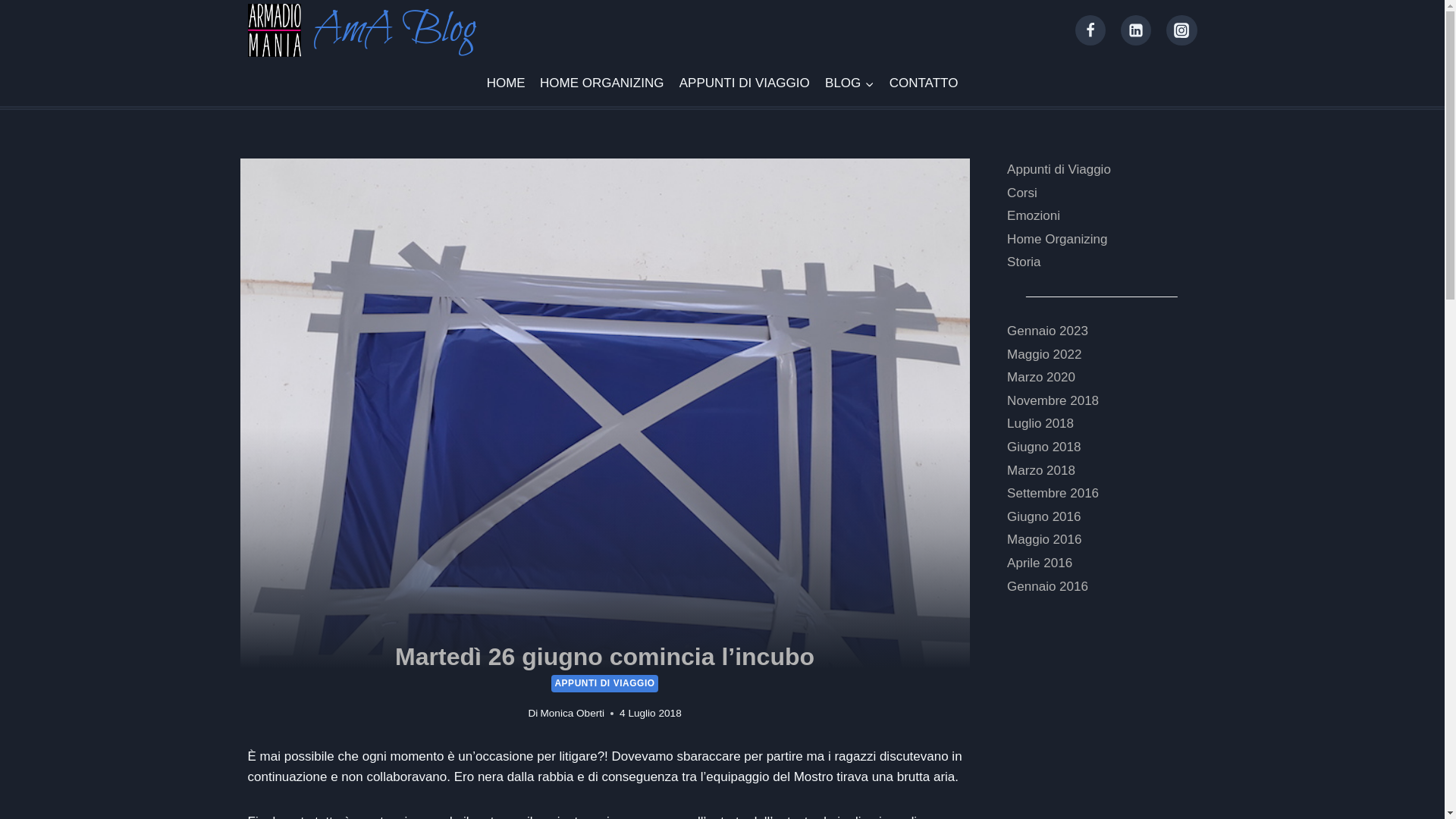  I want to click on 'Maggio 2022', so click(1043, 354).